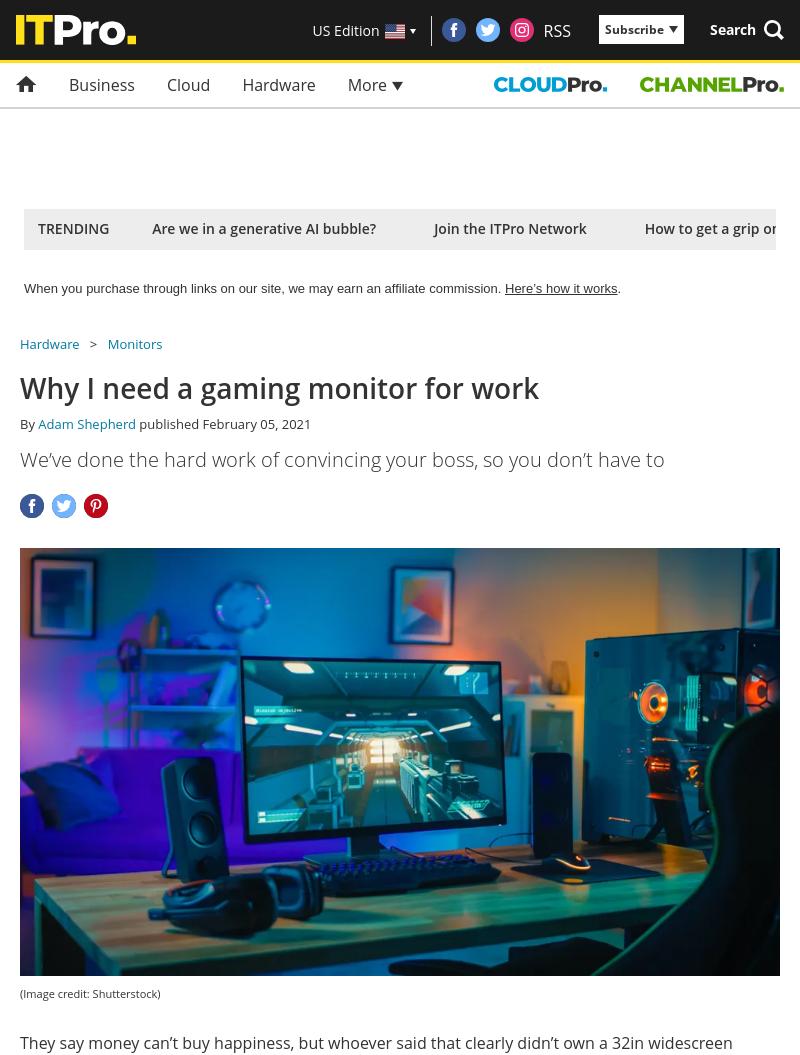 Image resolution: width=800 pixels, height=1055 pixels. I want to click on 'We’ve done the hard work of convincing your boss, so you don’t have to', so click(342, 458).